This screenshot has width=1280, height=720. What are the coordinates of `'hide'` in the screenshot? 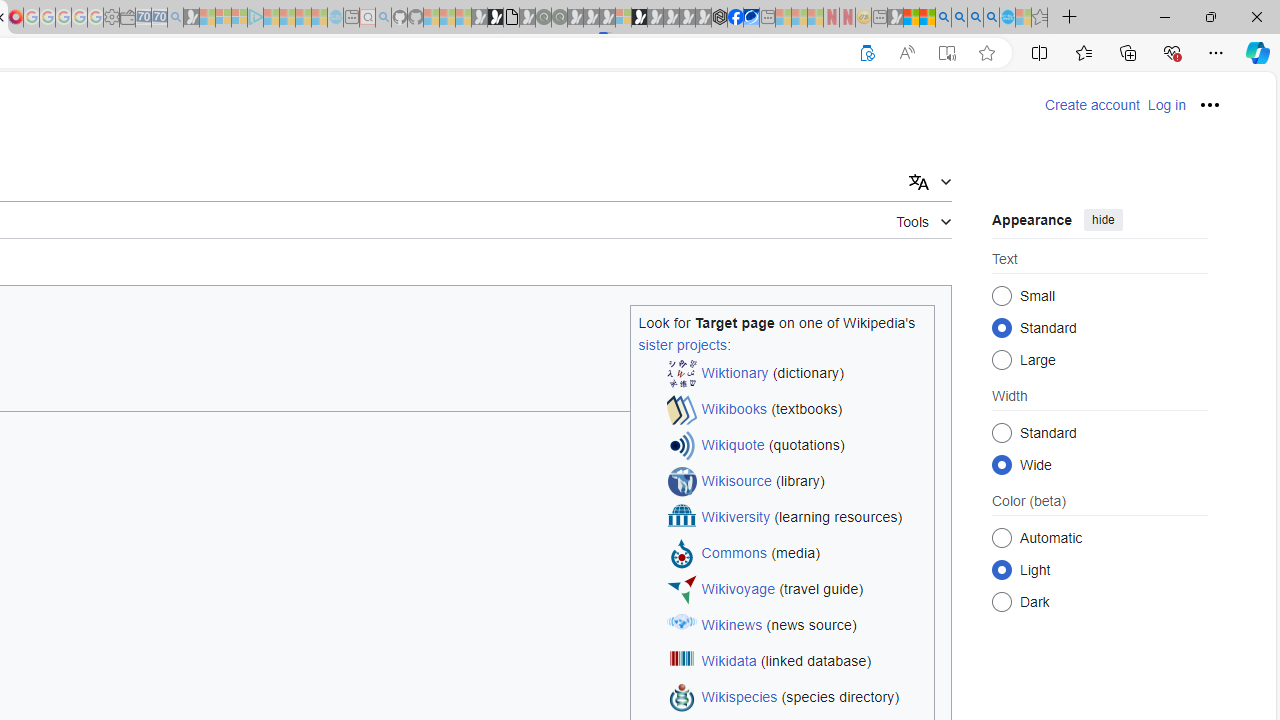 It's located at (1102, 219).